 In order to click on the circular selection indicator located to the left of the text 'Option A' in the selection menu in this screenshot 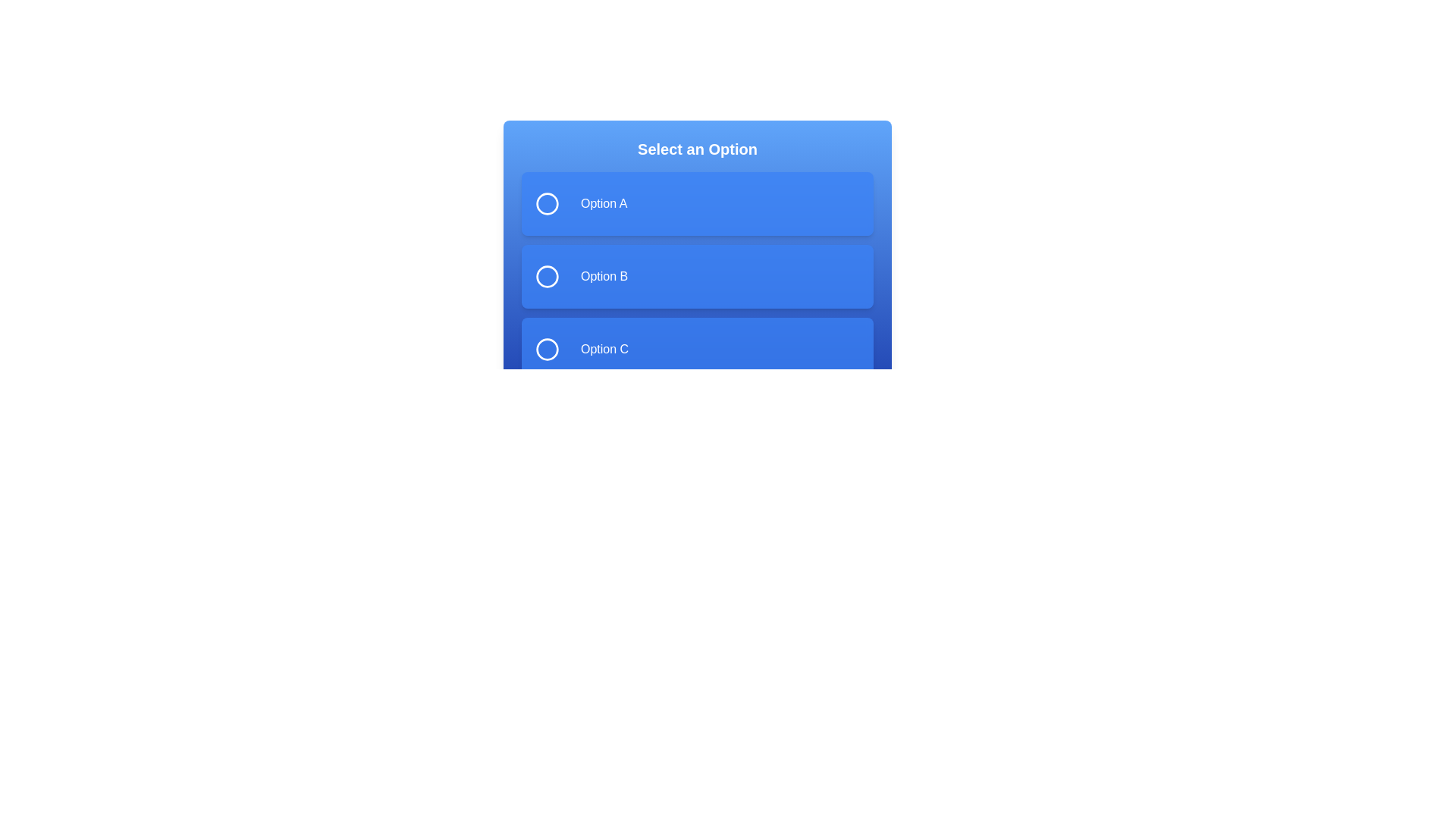, I will do `click(546, 203)`.